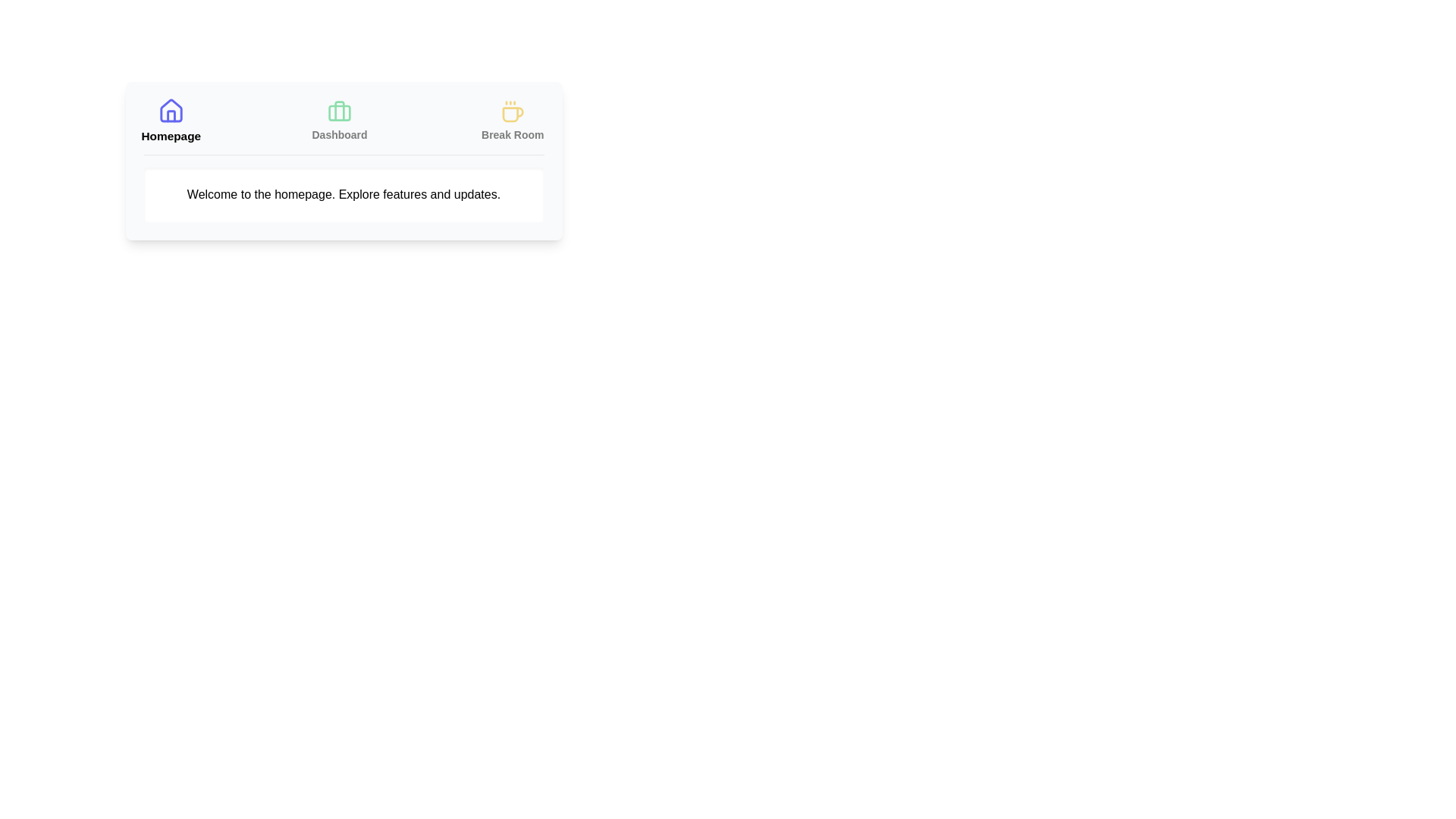  Describe the element at coordinates (513, 120) in the screenshot. I see `the Break Room tab by clicking its corresponding button` at that location.